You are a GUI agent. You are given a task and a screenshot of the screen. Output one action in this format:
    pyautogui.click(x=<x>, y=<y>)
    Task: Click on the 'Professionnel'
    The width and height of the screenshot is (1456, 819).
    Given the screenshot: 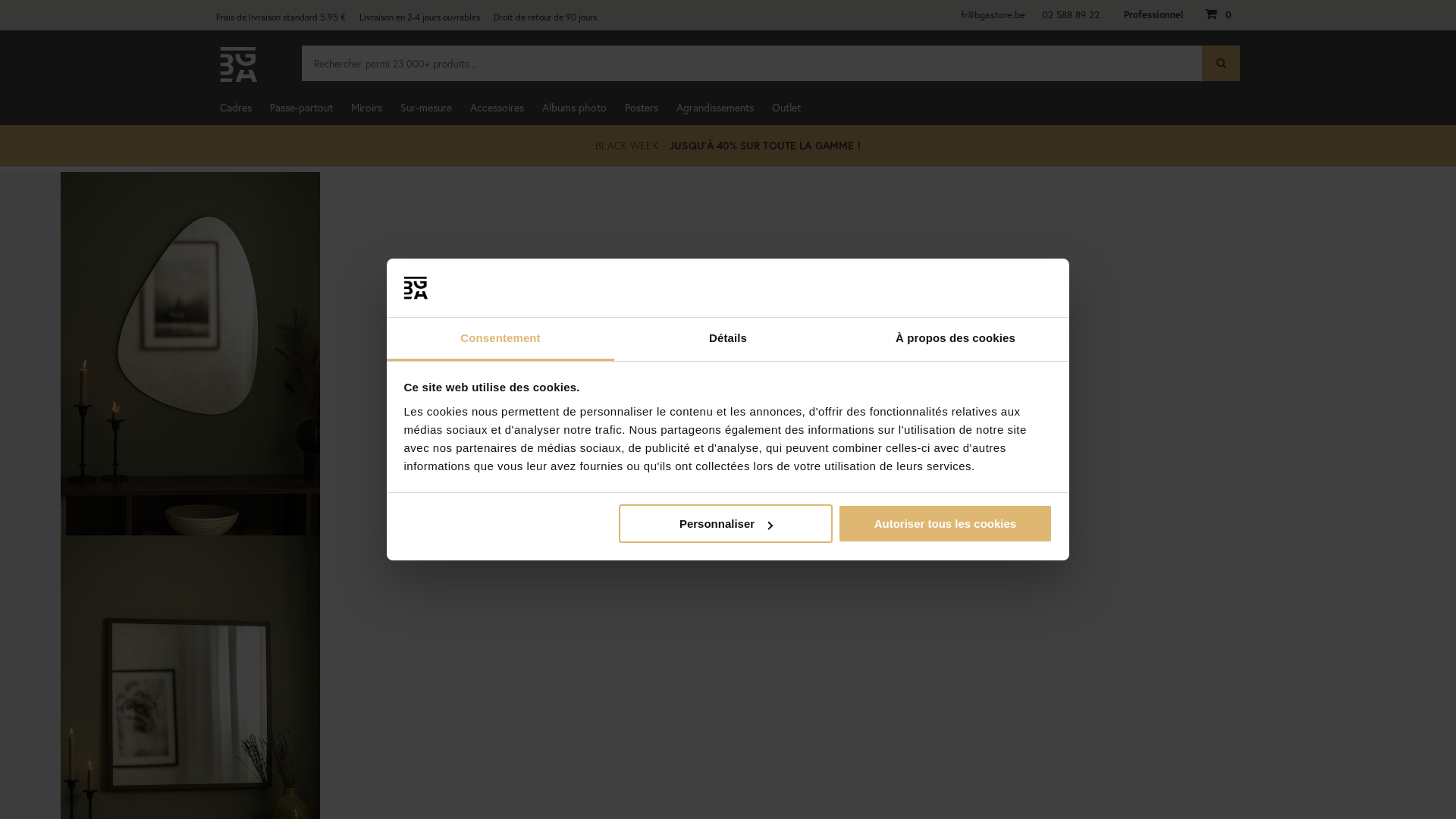 What is the action you would take?
    pyautogui.click(x=1153, y=14)
    